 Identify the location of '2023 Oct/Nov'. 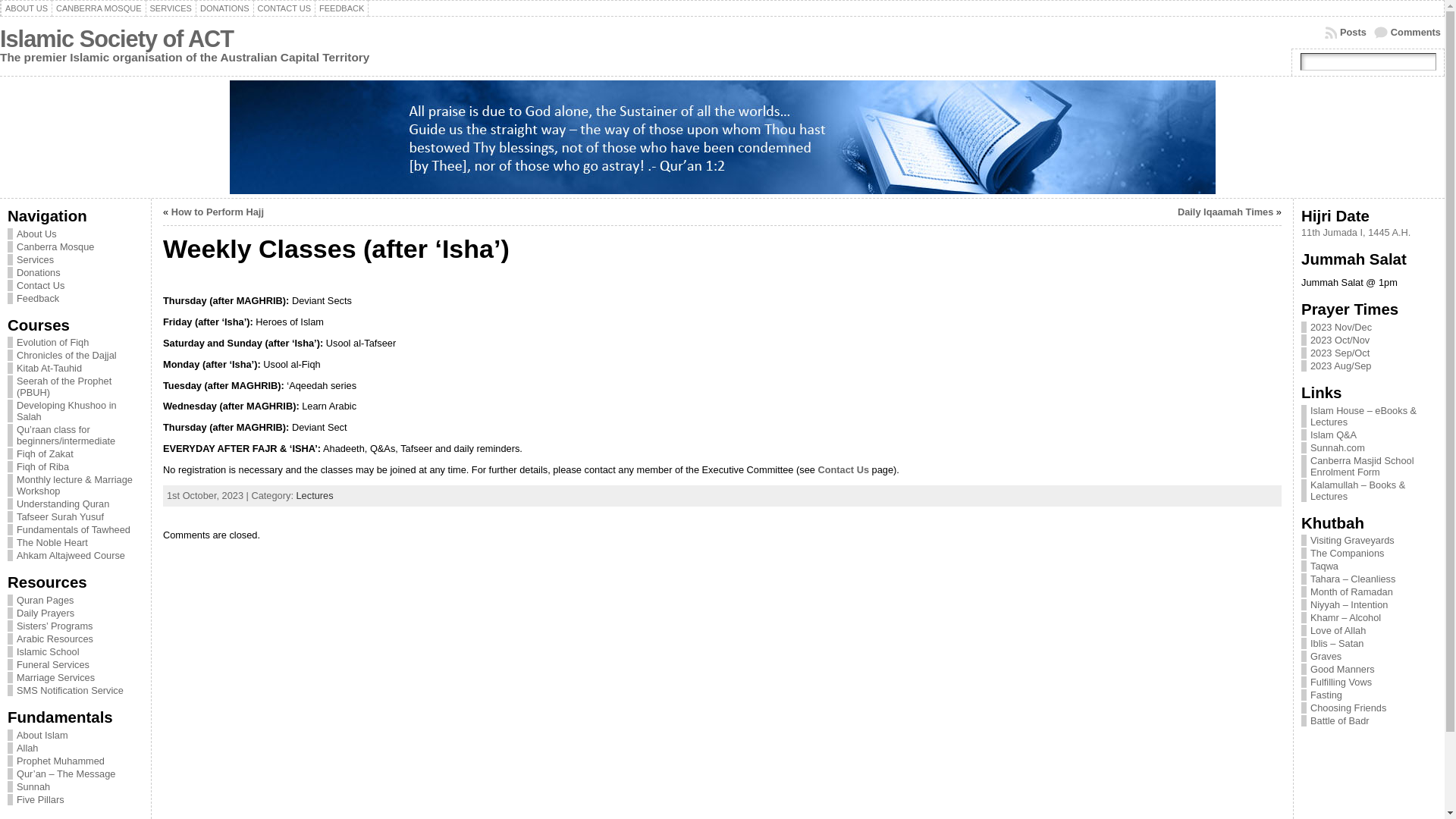
(1339, 339).